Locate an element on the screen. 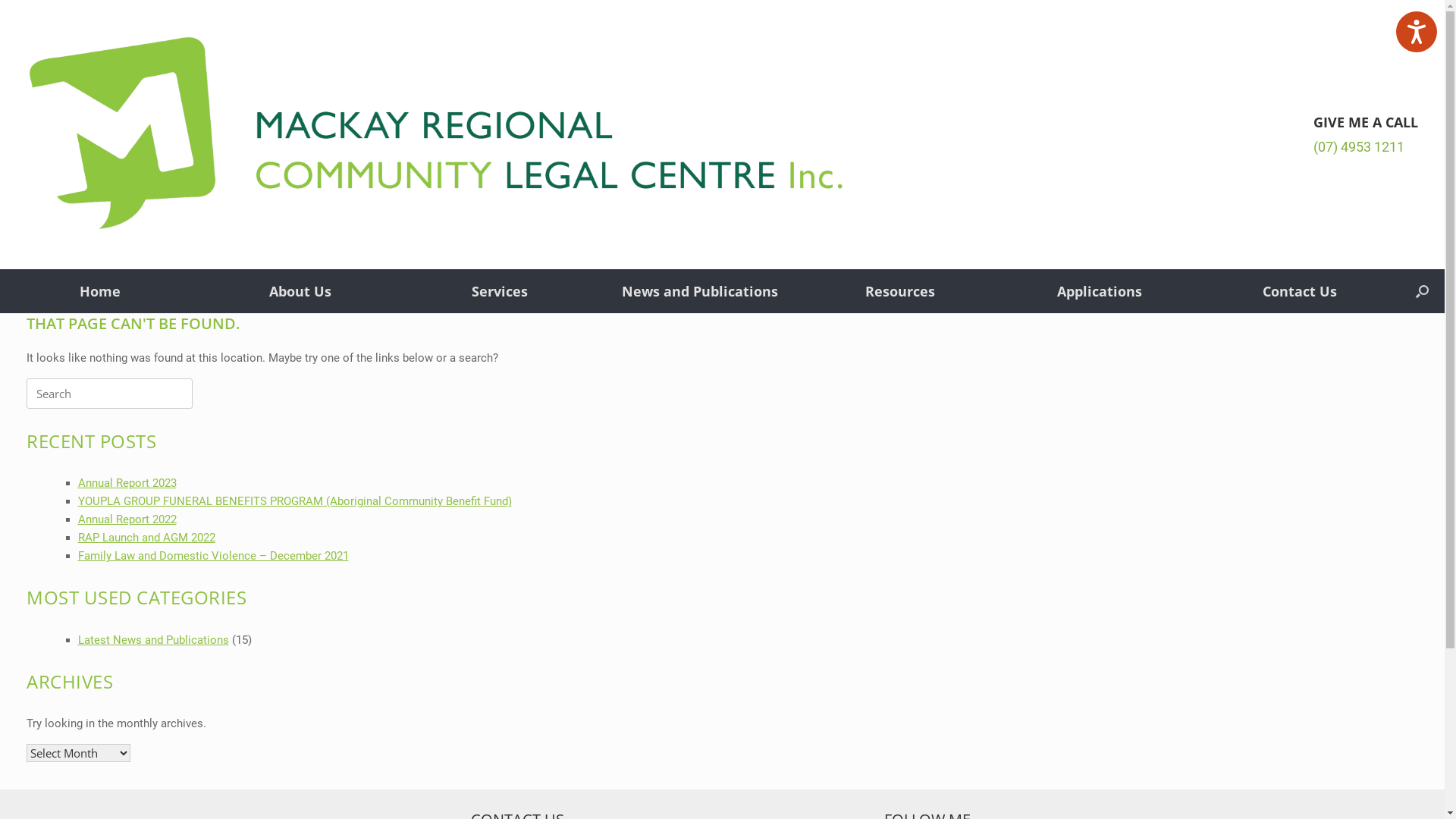  'Annual Report 2022' is located at coordinates (127, 519).